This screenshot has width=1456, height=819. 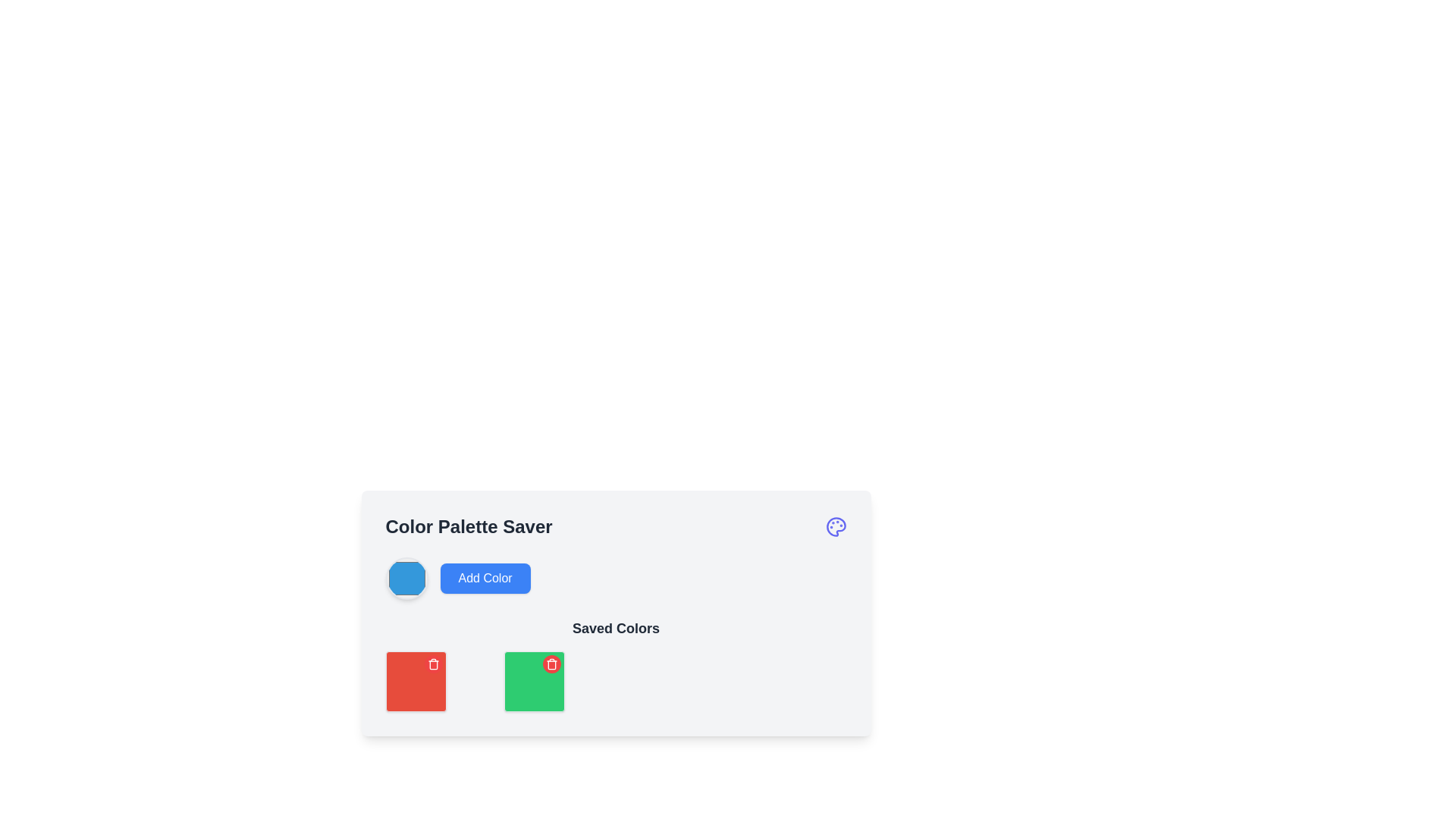 What do you see at coordinates (616, 629) in the screenshot?
I see `text of the static label titled 'Saved Colors', which serves as a heading for the section it represents` at bounding box center [616, 629].